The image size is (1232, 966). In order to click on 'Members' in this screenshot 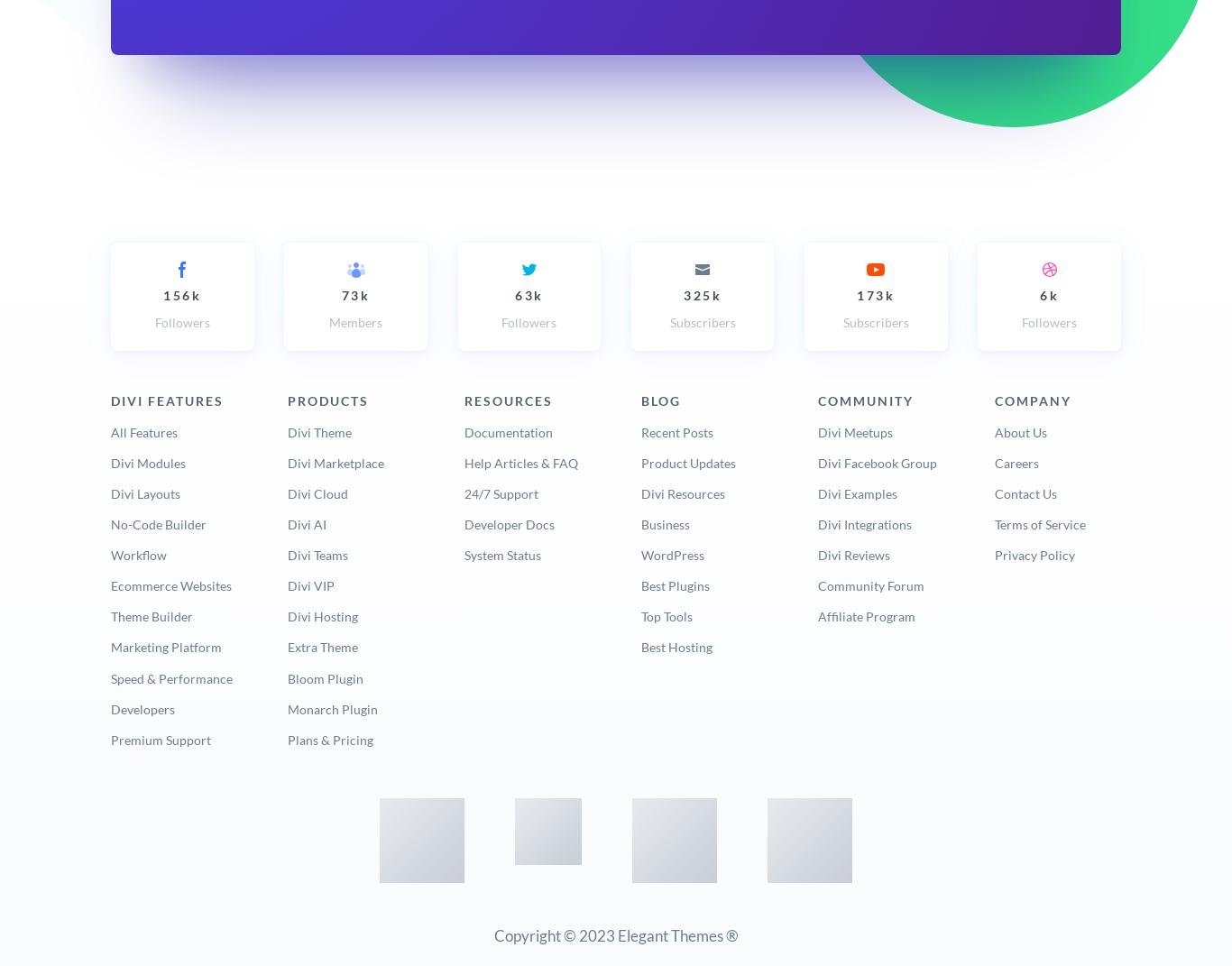, I will do `click(354, 320)`.